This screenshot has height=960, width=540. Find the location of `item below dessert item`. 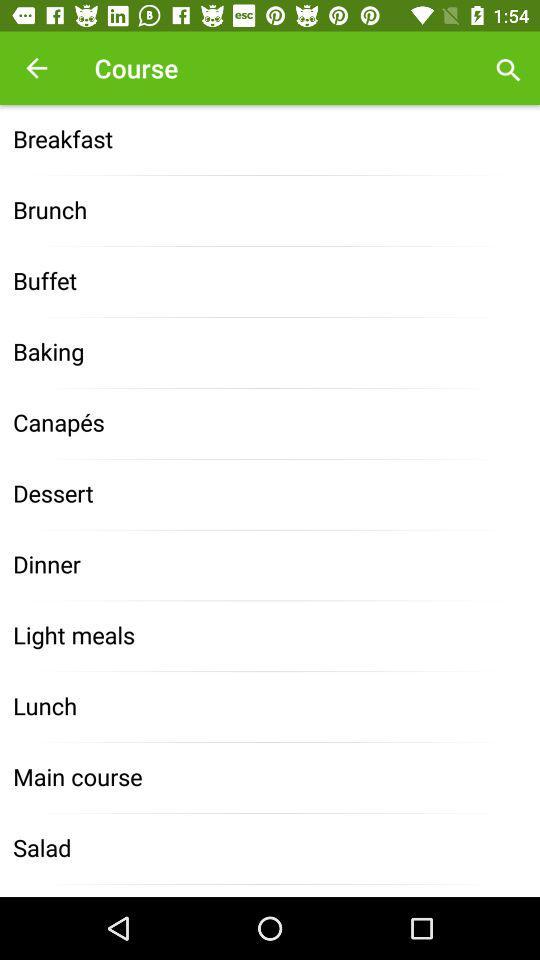

item below dessert item is located at coordinates (270, 565).